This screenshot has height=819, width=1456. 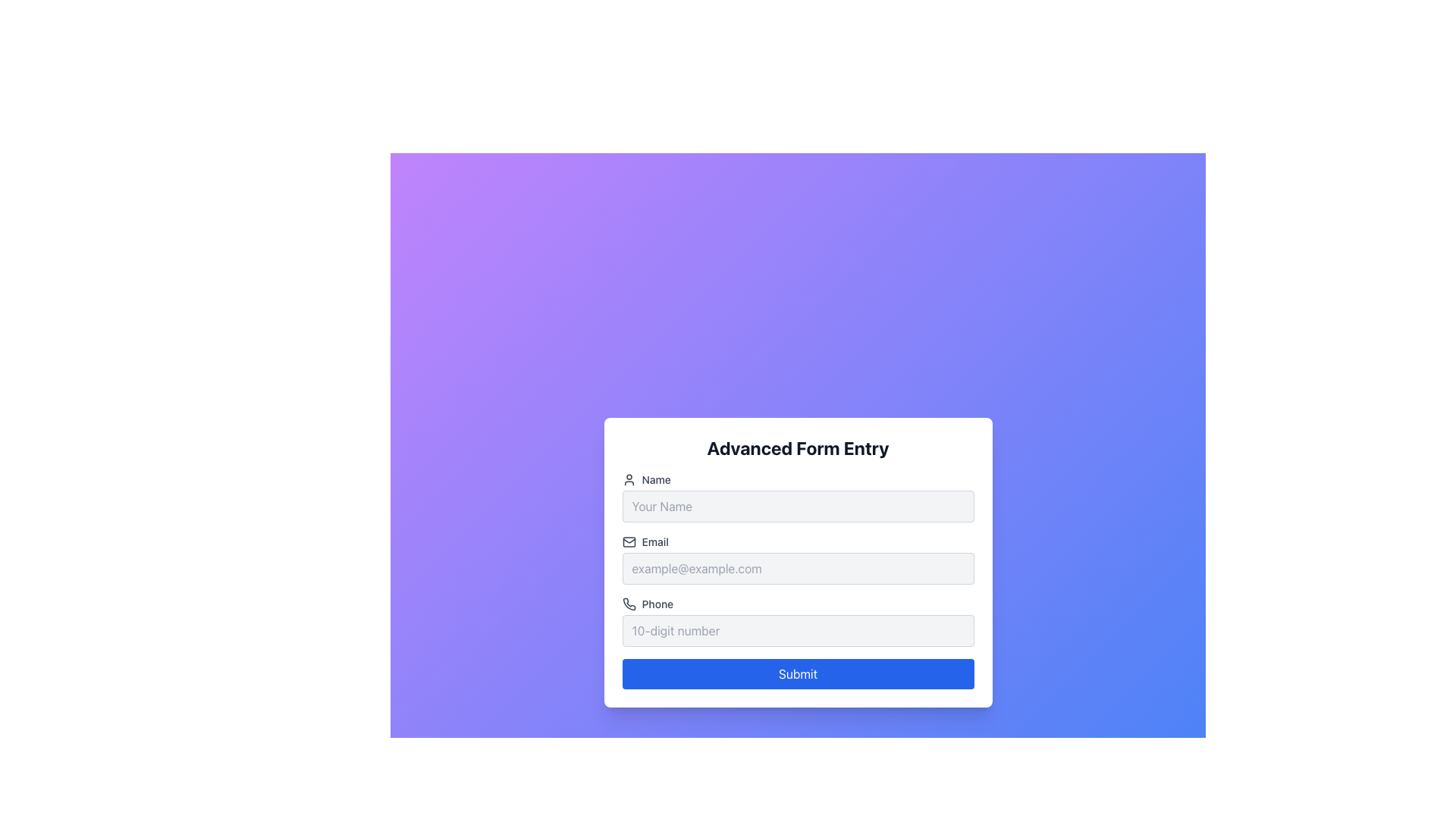 I want to click on the phone icon represented by a simple outlined SVG graphic located within the 'Phone' input field, so click(x=629, y=603).